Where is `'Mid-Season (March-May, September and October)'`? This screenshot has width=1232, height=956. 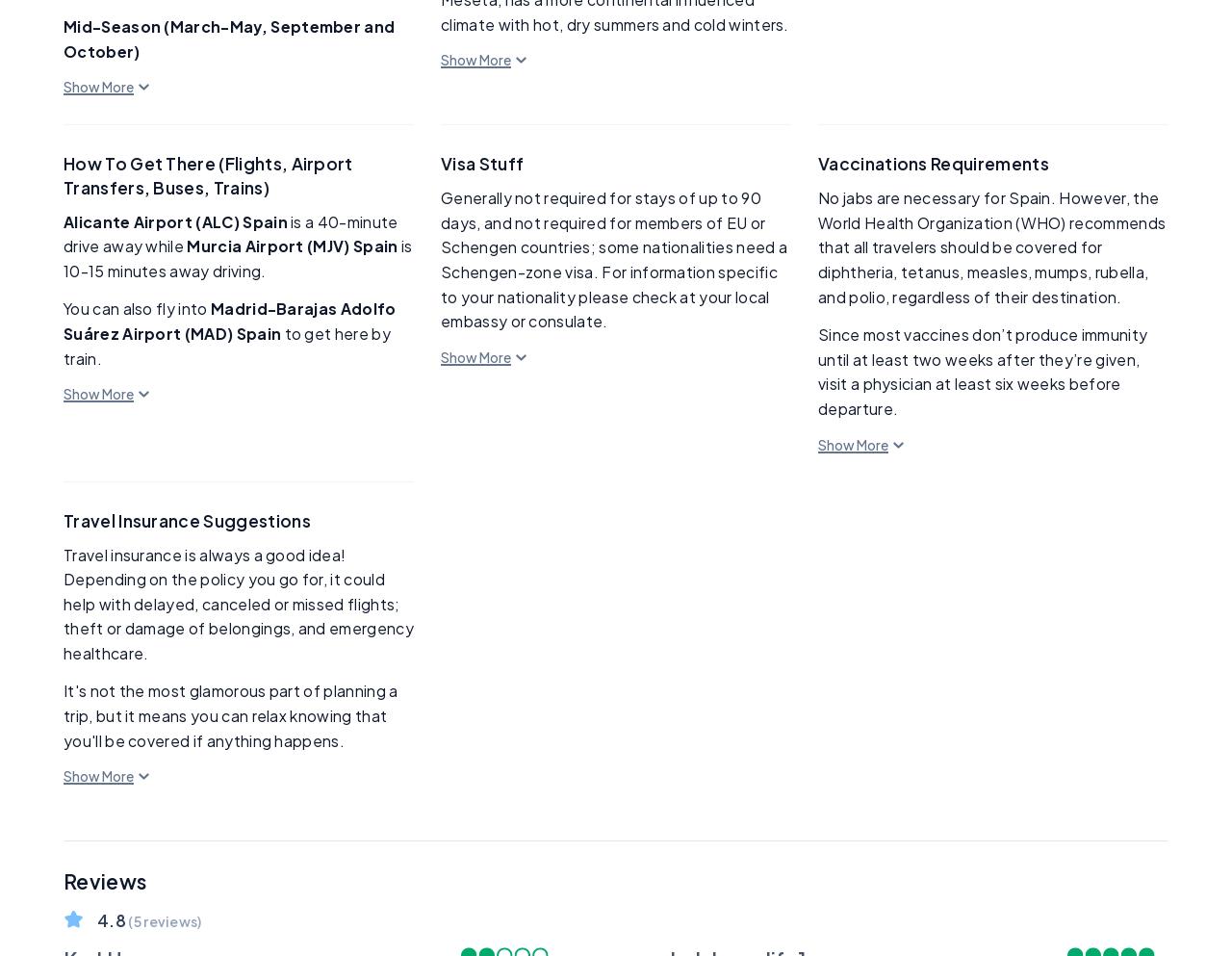
'Mid-Season (March-May, September and October)' is located at coordinates (228, 38).